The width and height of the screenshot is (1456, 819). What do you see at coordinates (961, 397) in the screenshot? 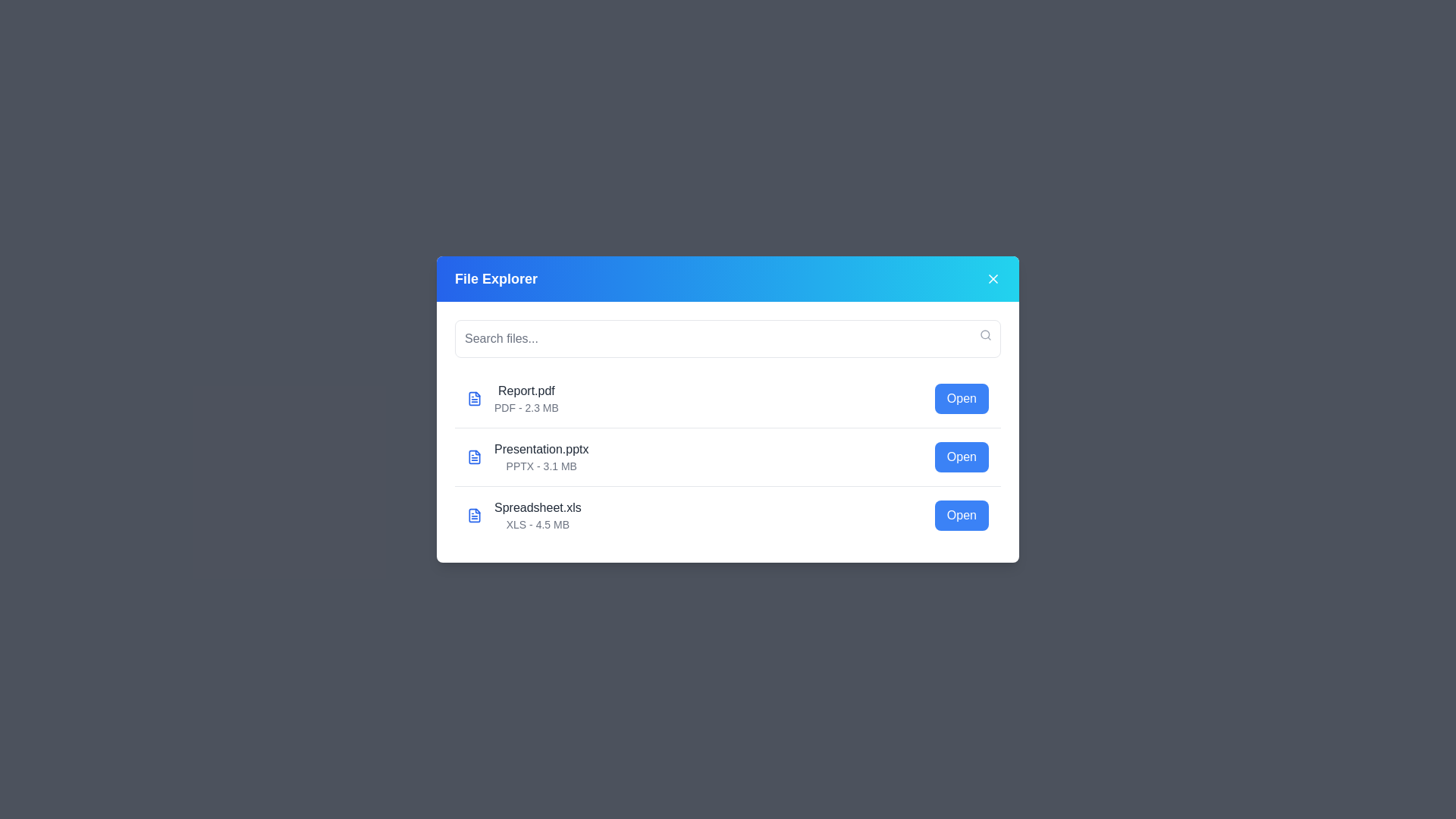
I see `'Open' button for the file named Report.pdf` at bounding box center [961, 397].